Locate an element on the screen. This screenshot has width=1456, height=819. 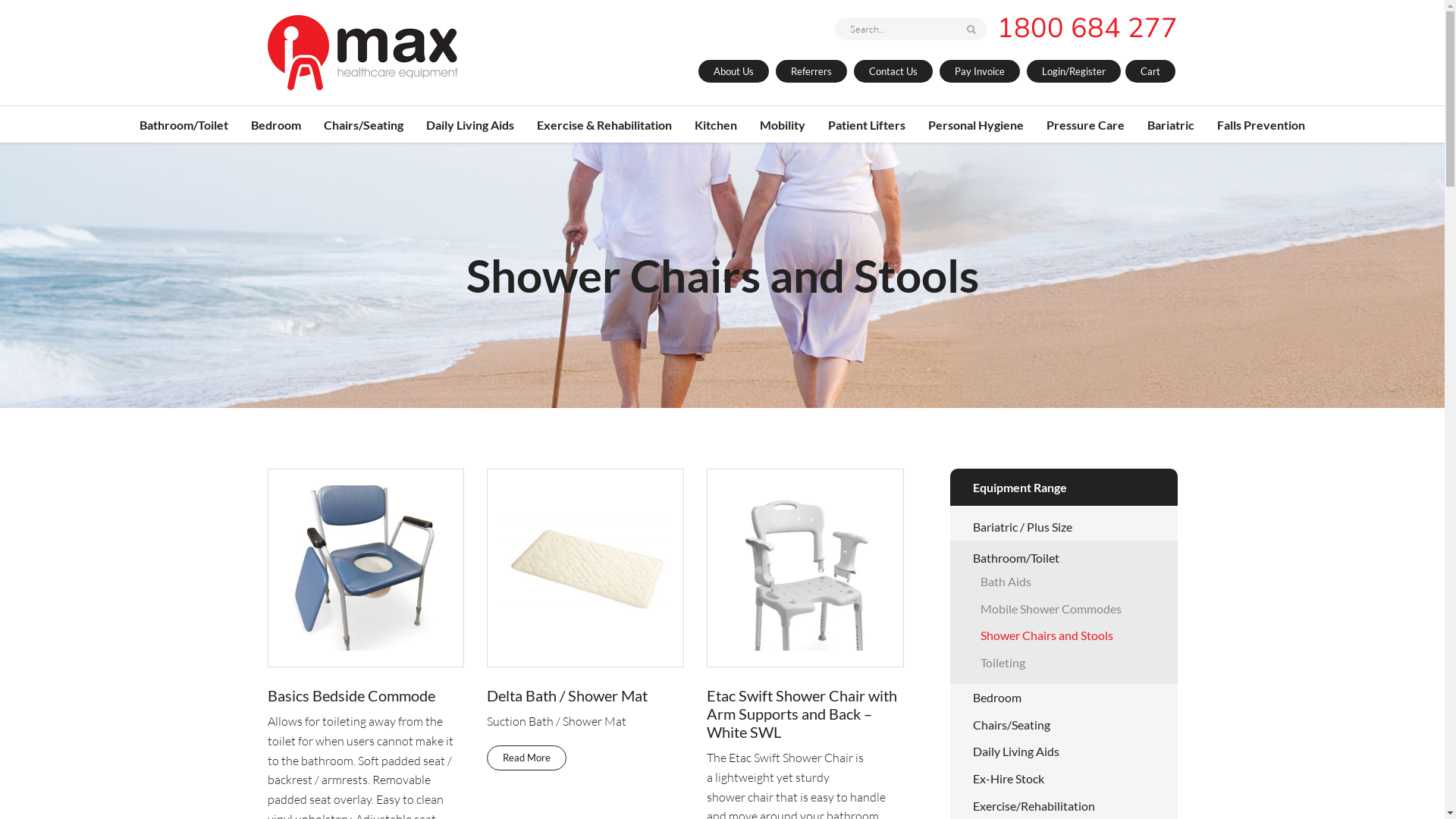
'Kitchen' is located at coordinates (715, 124).